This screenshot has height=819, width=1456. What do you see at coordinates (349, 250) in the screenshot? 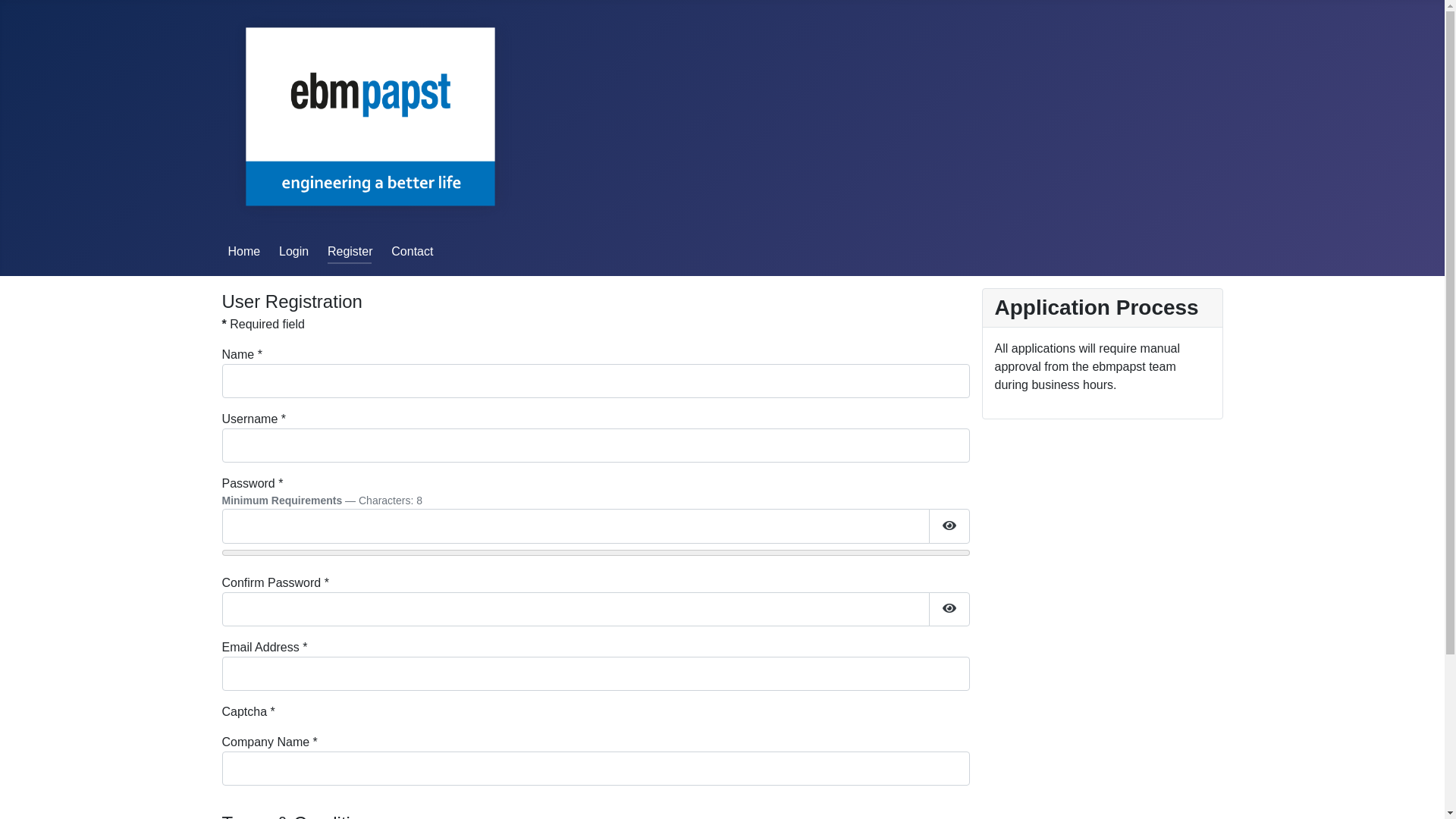
I see `'Register'` at bounding box center [349, 250].